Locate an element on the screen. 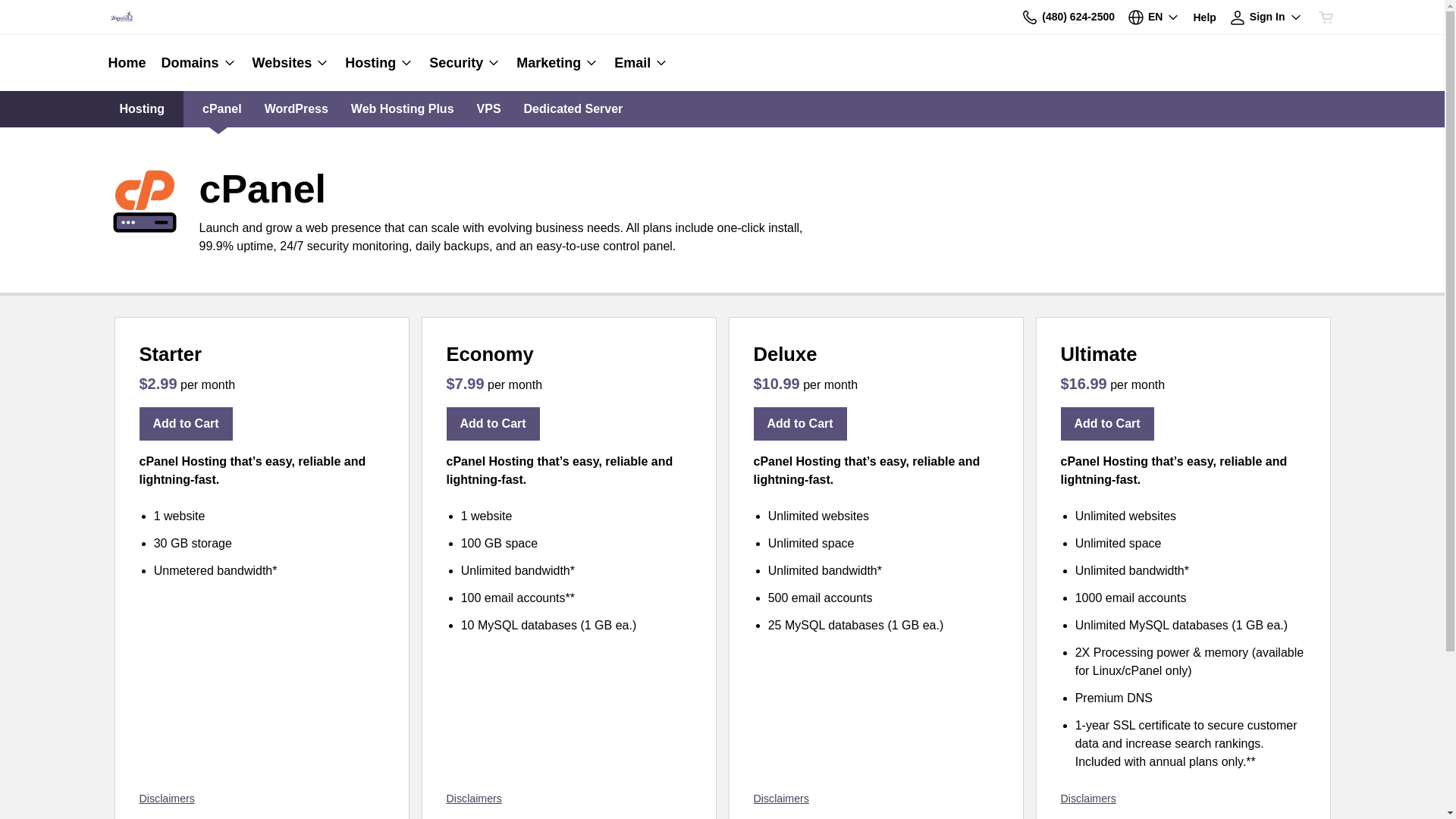 This screenshot has height=819, width=1456. 'Disclaimers' is located at coordinates (139, 798).